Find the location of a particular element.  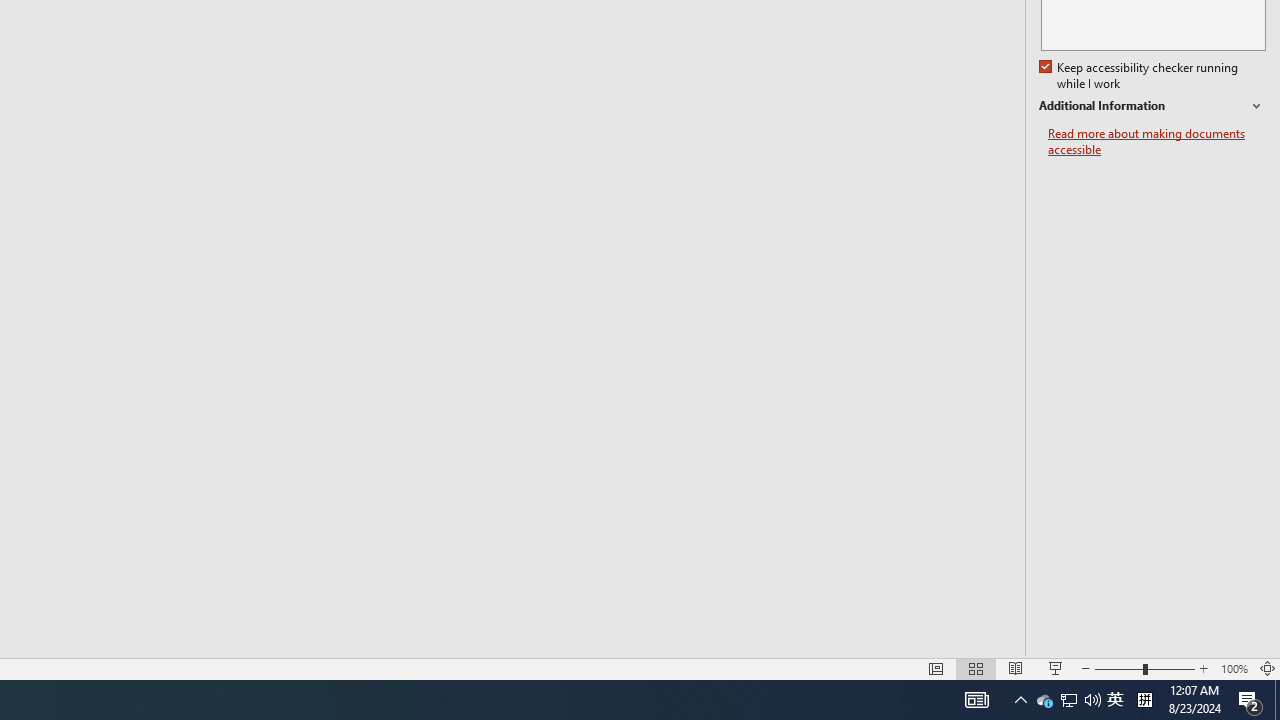

'Zoom 100%' is located at coordinates (1233, 669).